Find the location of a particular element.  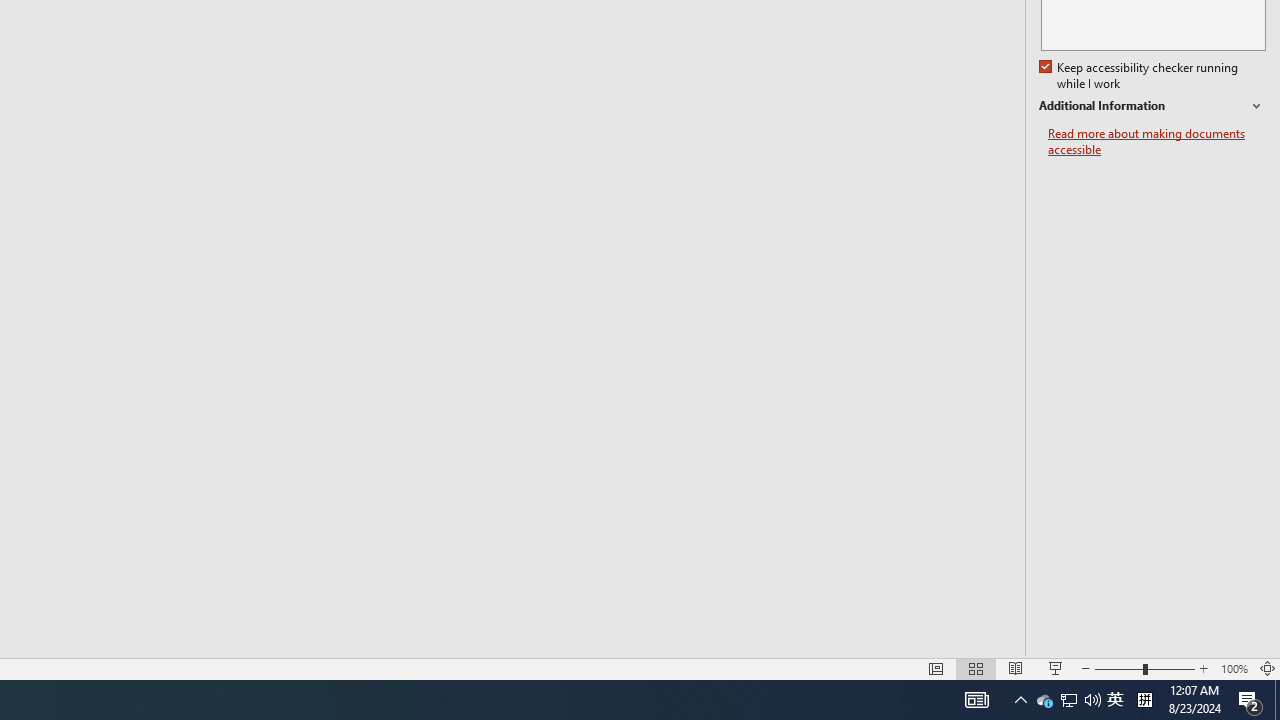

'Zoom 100%' is located at coordinates (1233, 669).